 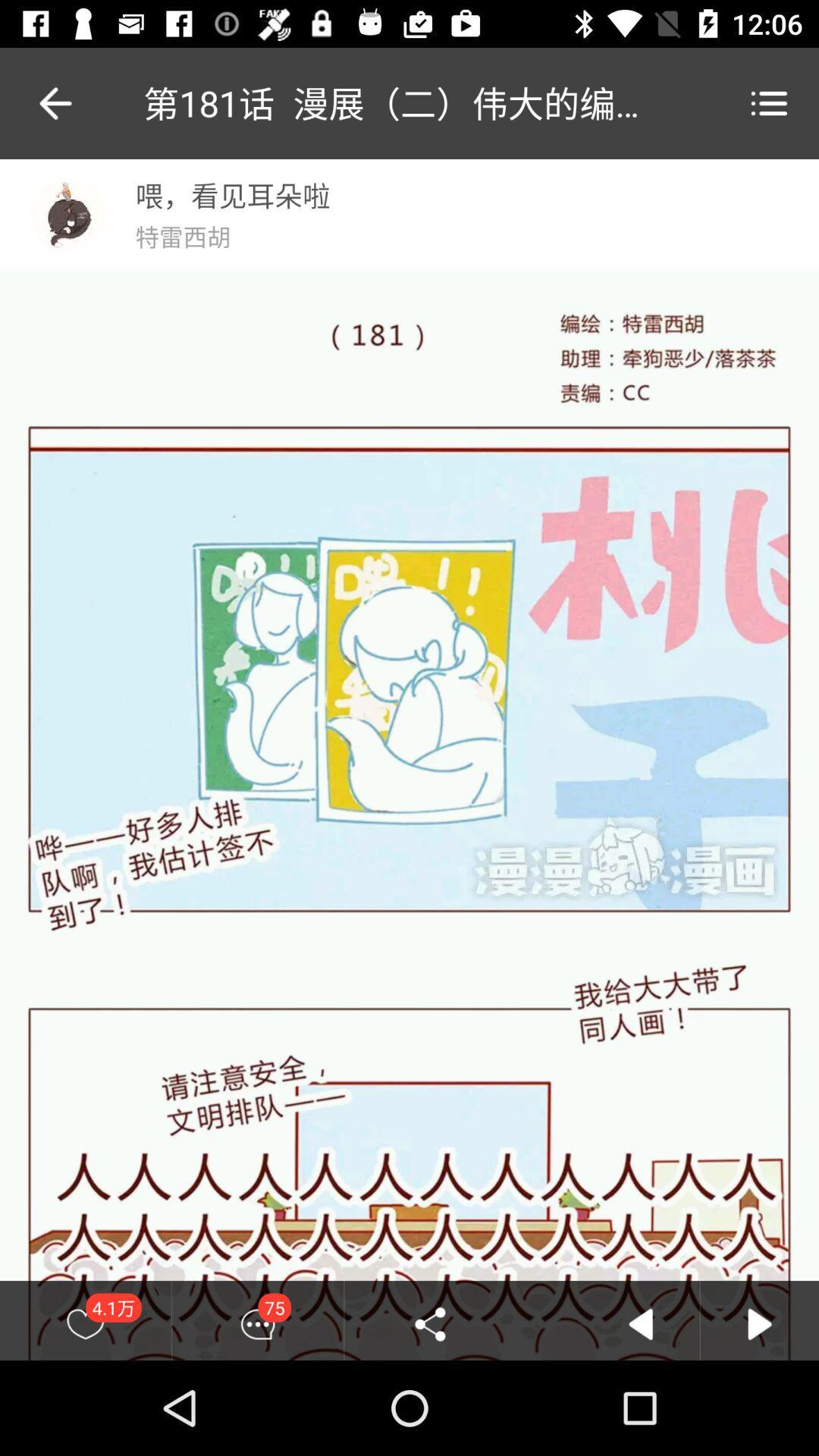 What do you see at coordinates (760, 1323) in the screenshot?
I see `front arrow button` at bounding box center [760, 1323].